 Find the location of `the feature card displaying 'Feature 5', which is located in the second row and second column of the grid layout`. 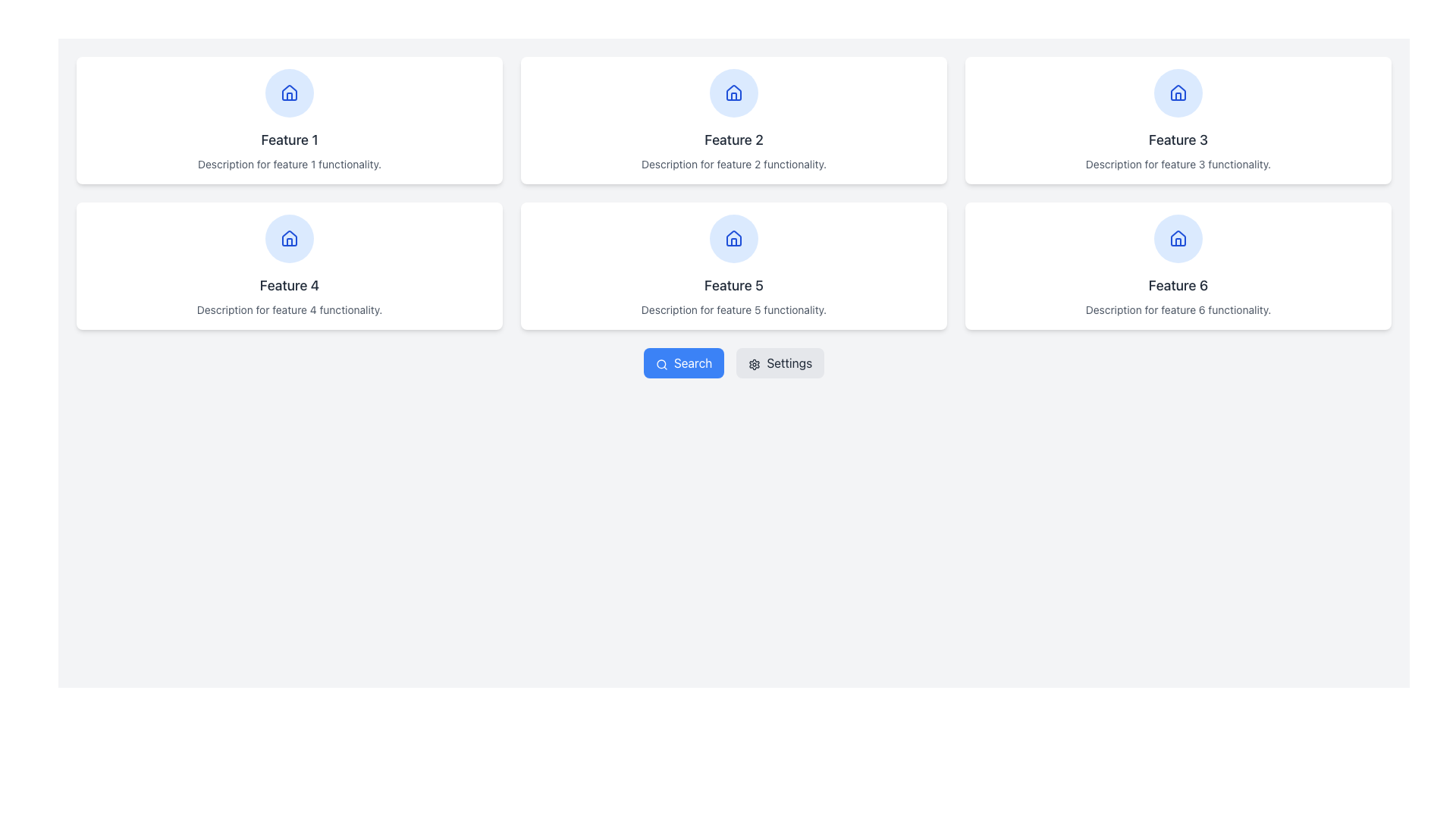

the feature card displaying 'Feature 5', which is located in the second row and second column of the grid layout is located at coordinates (734, 265).